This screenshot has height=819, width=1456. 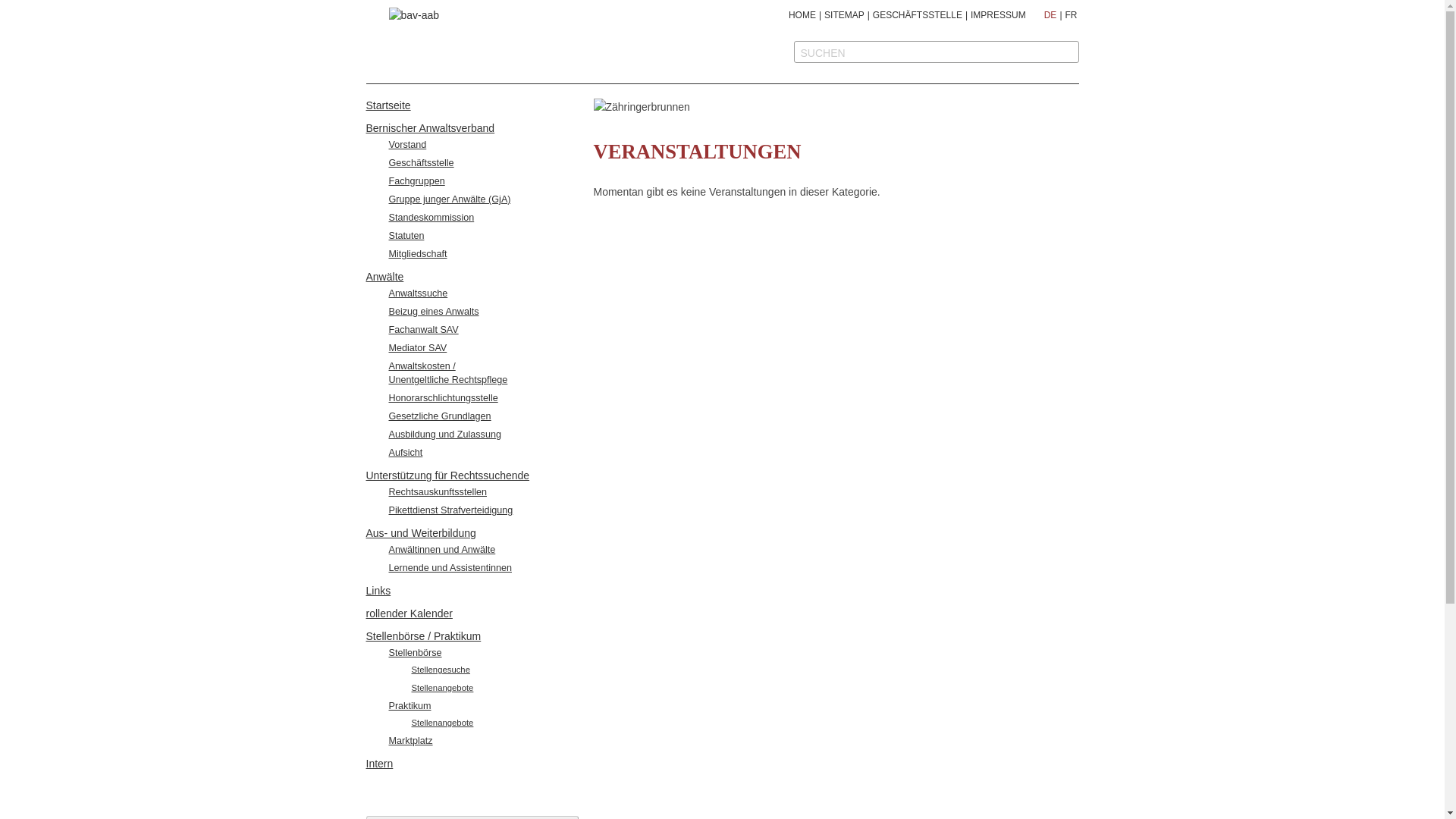 I want to click on 'FR', so click(x=1063, y=14).